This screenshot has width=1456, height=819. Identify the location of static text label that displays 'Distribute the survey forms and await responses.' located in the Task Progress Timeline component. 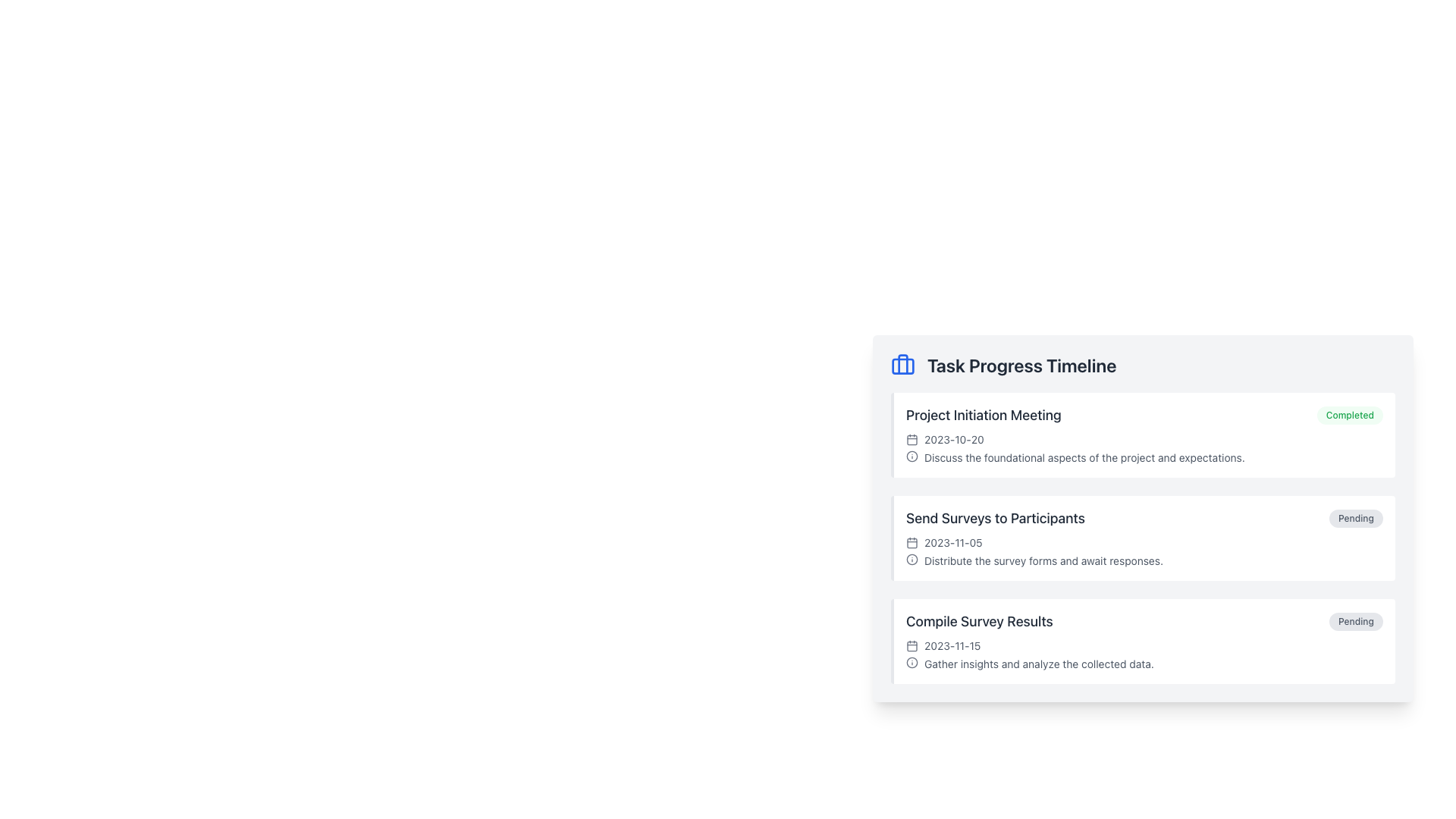
(1043, 561).